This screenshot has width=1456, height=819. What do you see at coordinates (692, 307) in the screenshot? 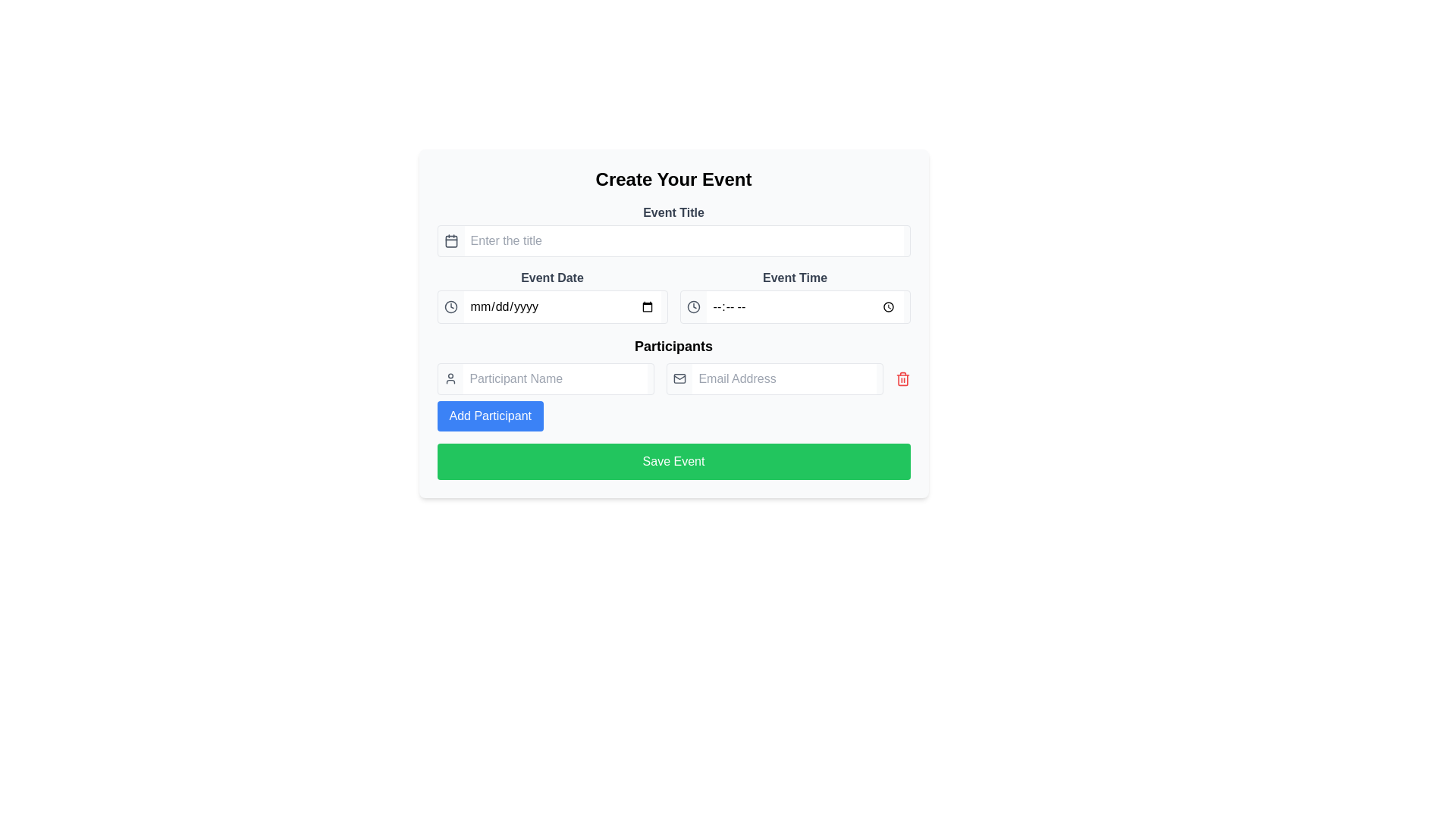
I see `the circular shape graphic that serves as the outer boundary of the clock icon in the 'Create Your Event' interface` at bounding box center [692, 307].